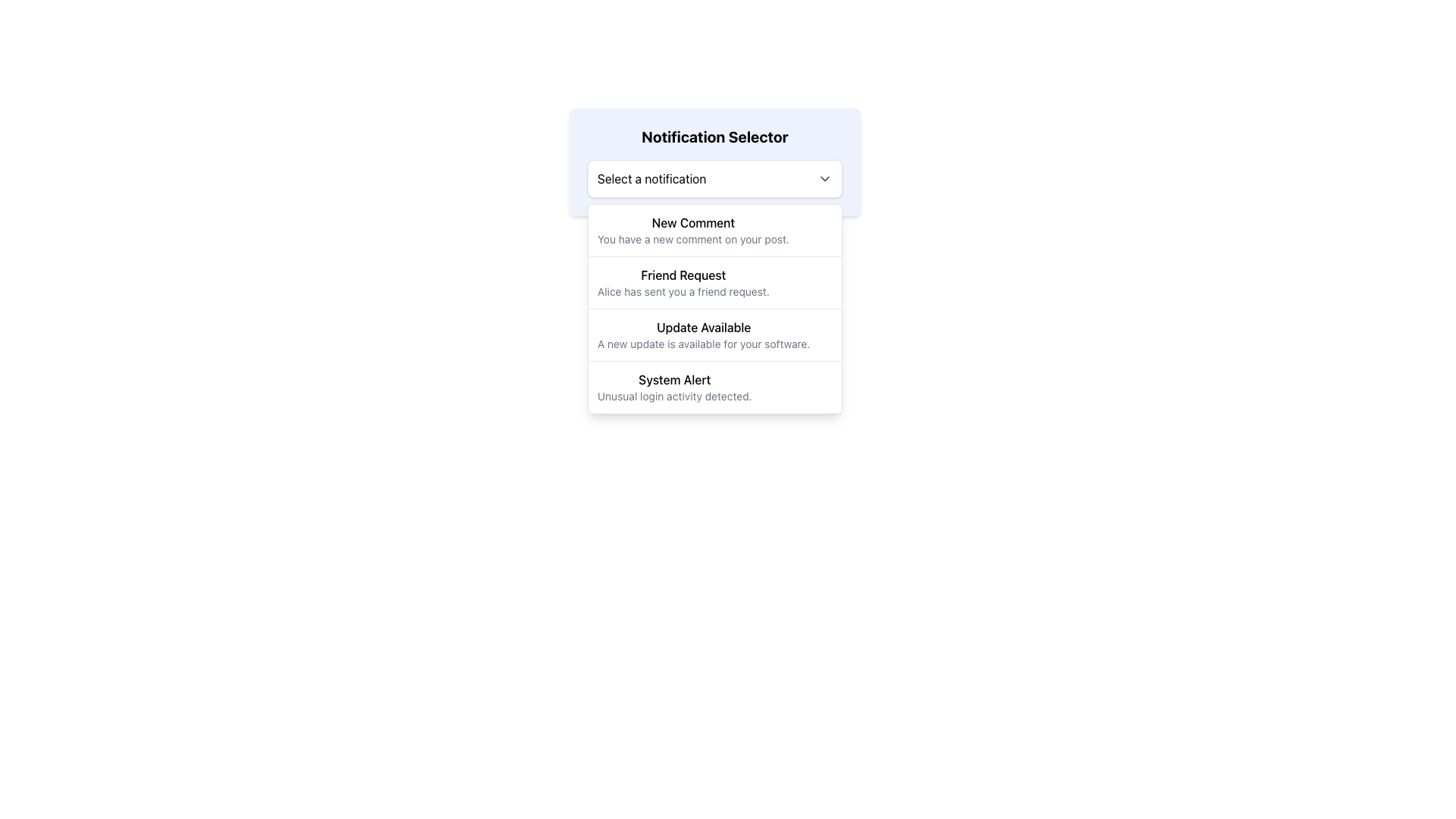  I want to click on the third entry in the notification list that provides information about an available update for the software, so click(714, 334).